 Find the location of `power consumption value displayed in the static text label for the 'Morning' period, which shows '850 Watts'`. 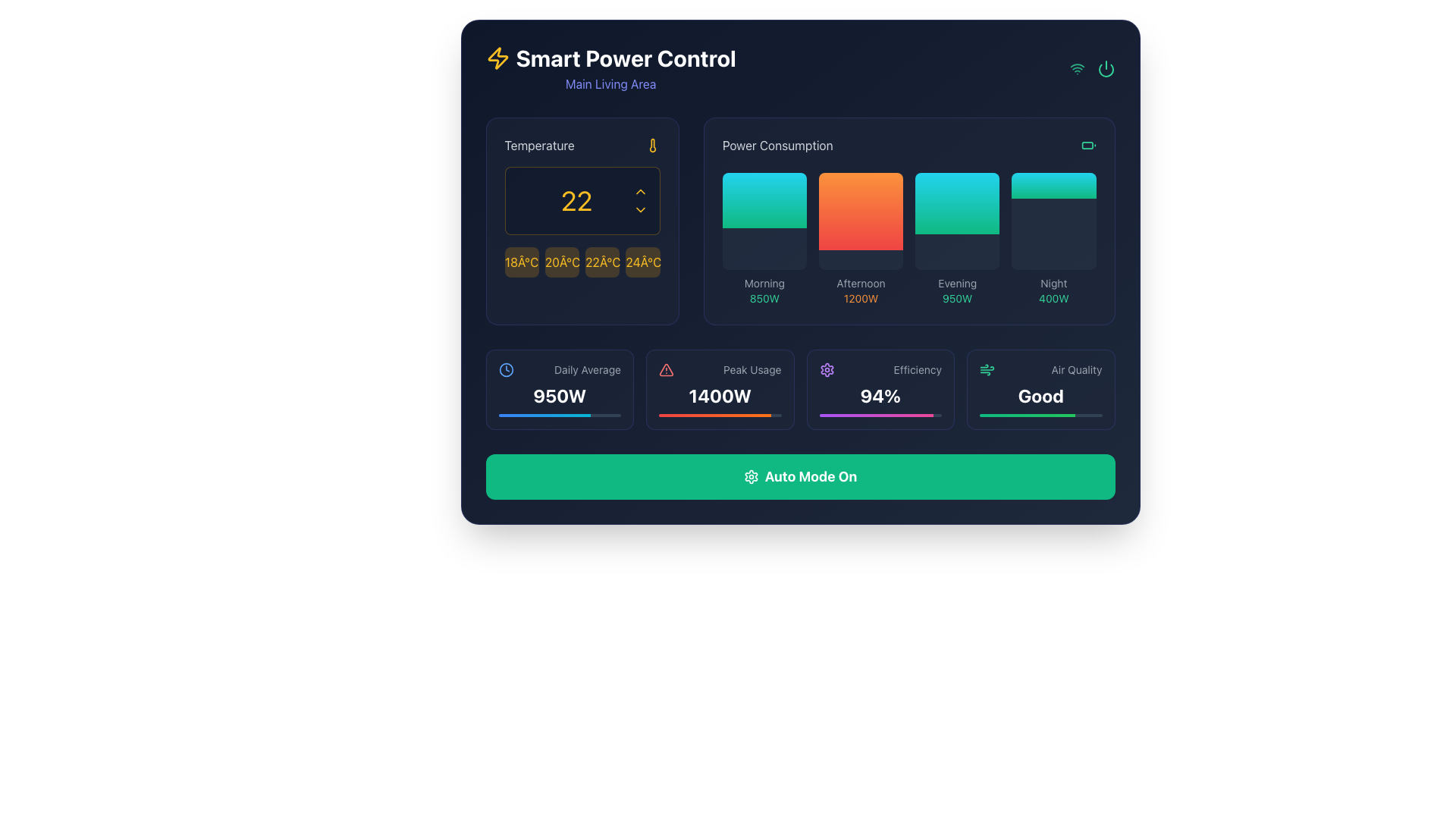

power consumption value displayed in the static text label for the 'Morning' period, which shows '850 Watts' is located at coordinates (764, 298).